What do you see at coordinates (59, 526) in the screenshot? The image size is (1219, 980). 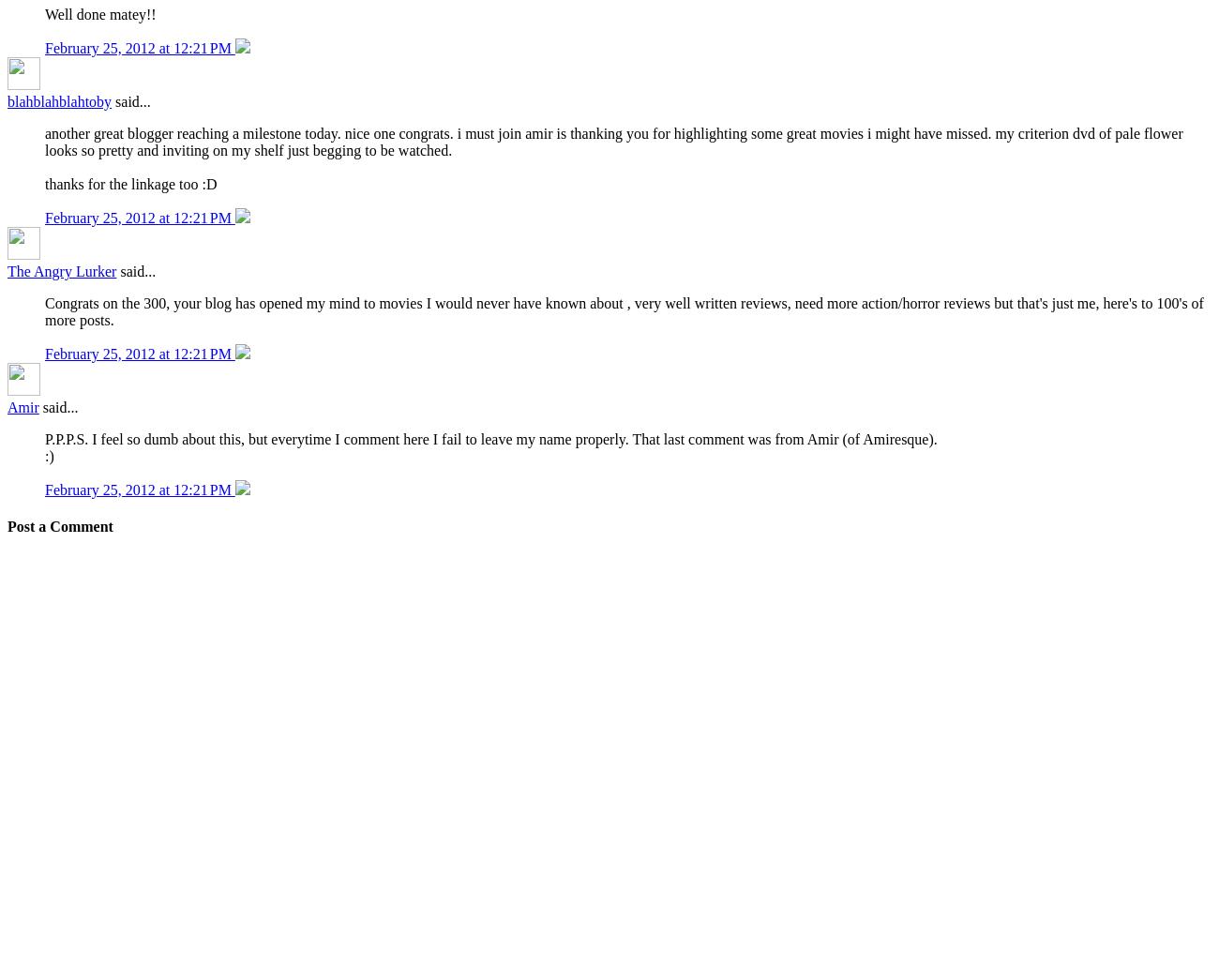 I see `'Post a Comment'` at bounding box center [59, 526].